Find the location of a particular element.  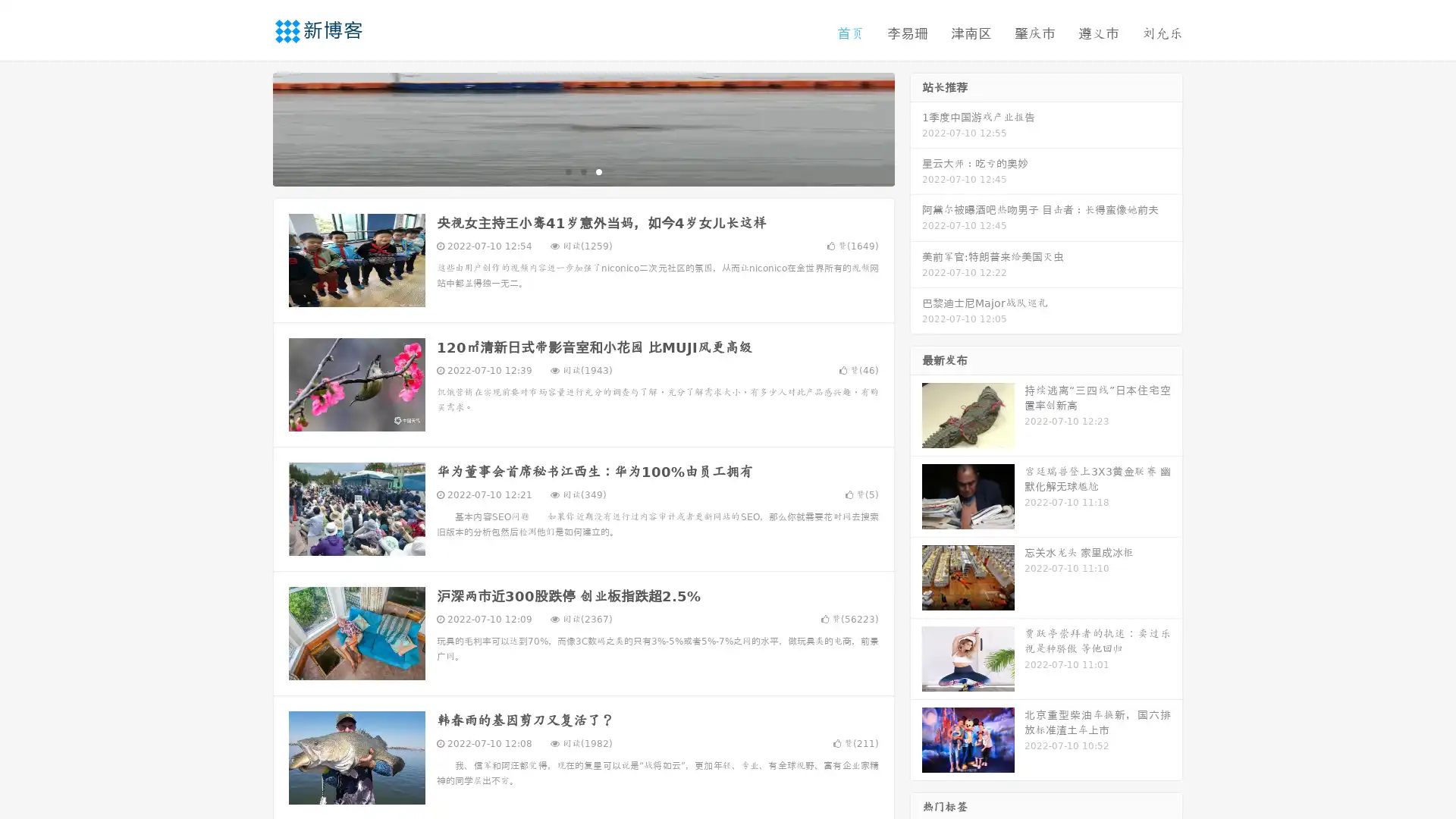

Go to slide 2 is located at coordinates (582, 171).